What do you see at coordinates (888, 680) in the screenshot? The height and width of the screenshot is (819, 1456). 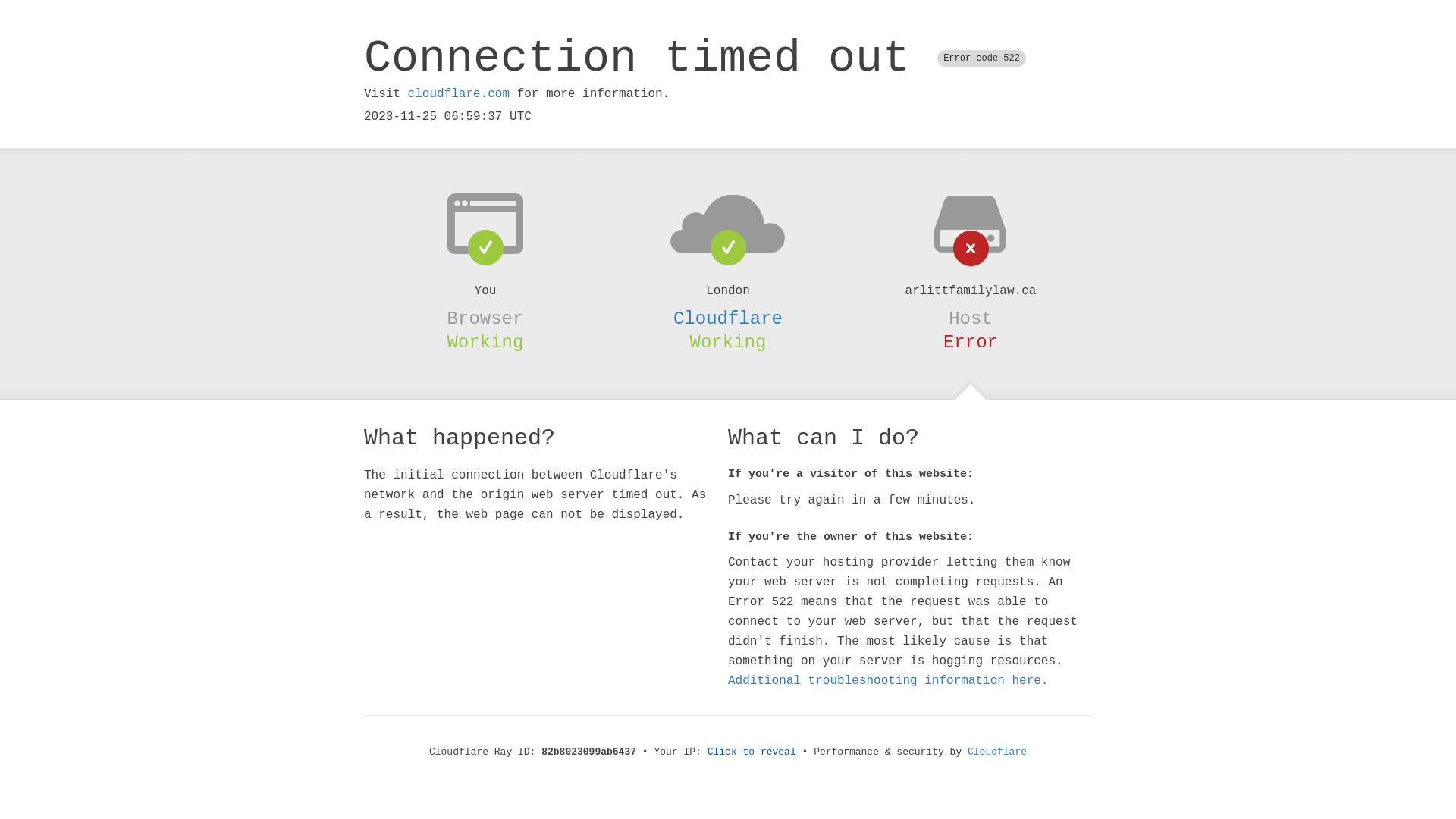 I see `'Additional troubleshooting information here.'` at bounding box center [888, 680].